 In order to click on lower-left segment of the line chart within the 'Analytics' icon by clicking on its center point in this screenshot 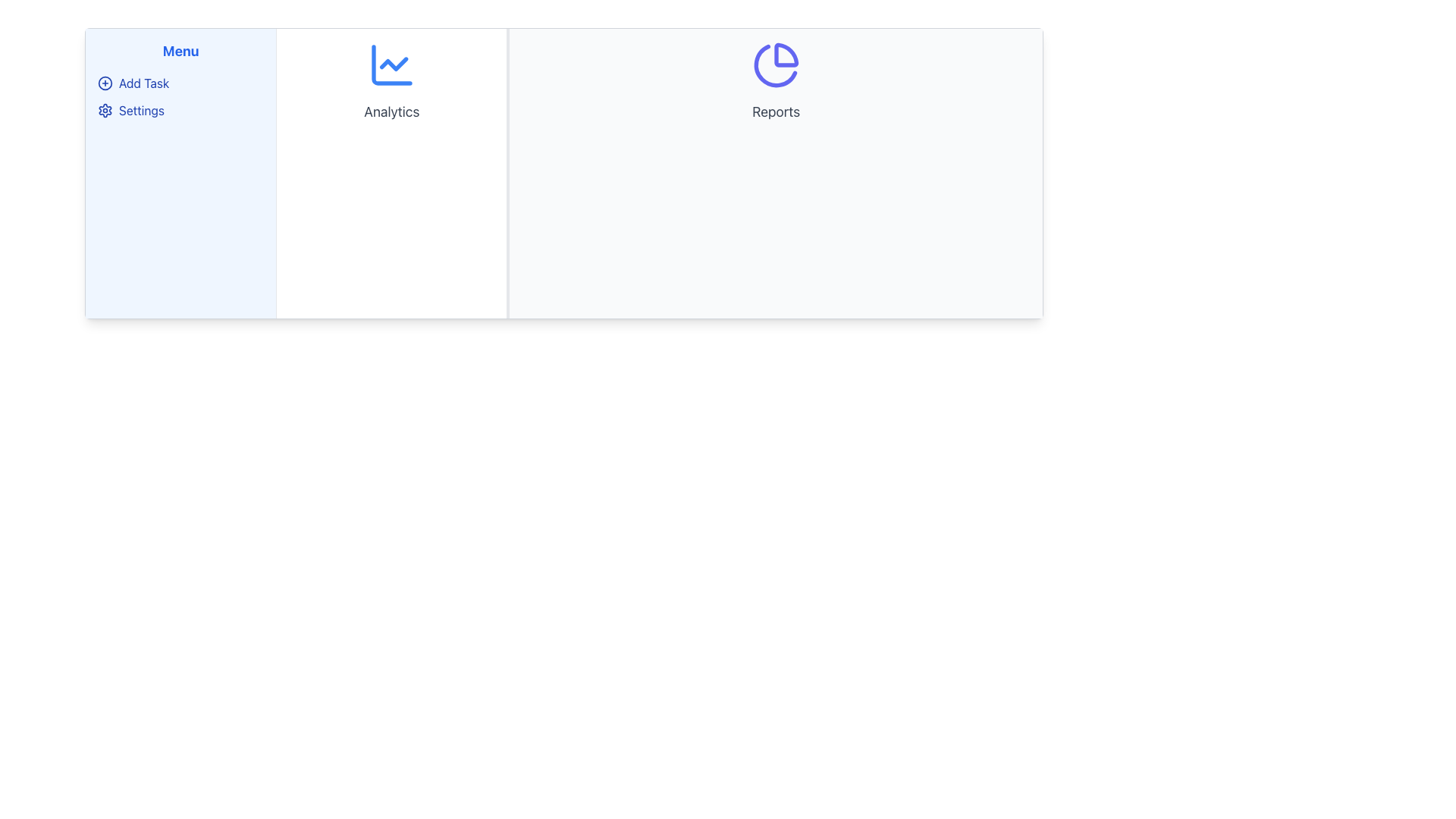, I will do `click(391, 64)`.